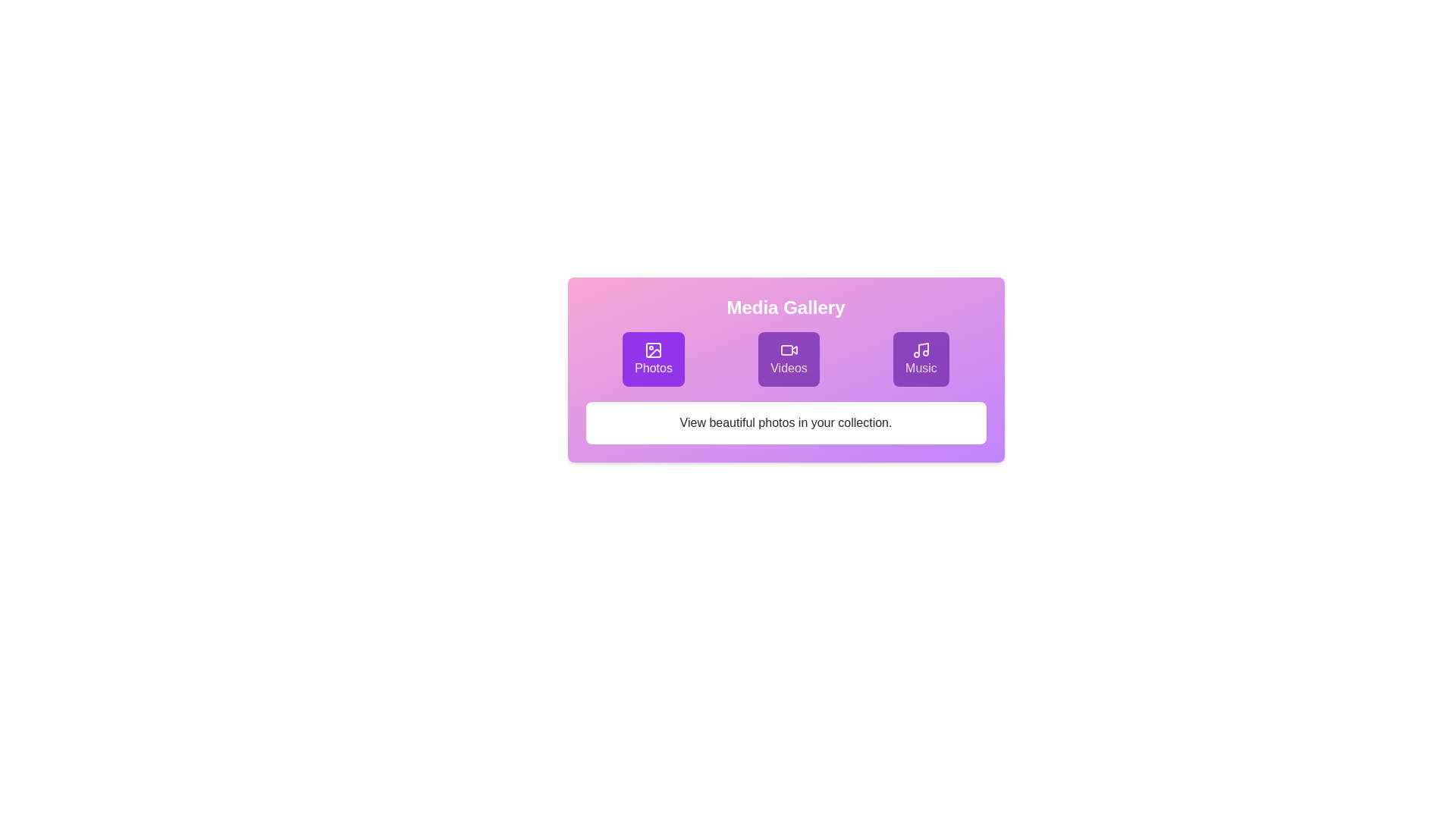 This screenshot has height=819, width=1456. Describe the element at coordinates (789, 359) in the screenshot. I see `the Videos tab in the Media Gallery` at that location.